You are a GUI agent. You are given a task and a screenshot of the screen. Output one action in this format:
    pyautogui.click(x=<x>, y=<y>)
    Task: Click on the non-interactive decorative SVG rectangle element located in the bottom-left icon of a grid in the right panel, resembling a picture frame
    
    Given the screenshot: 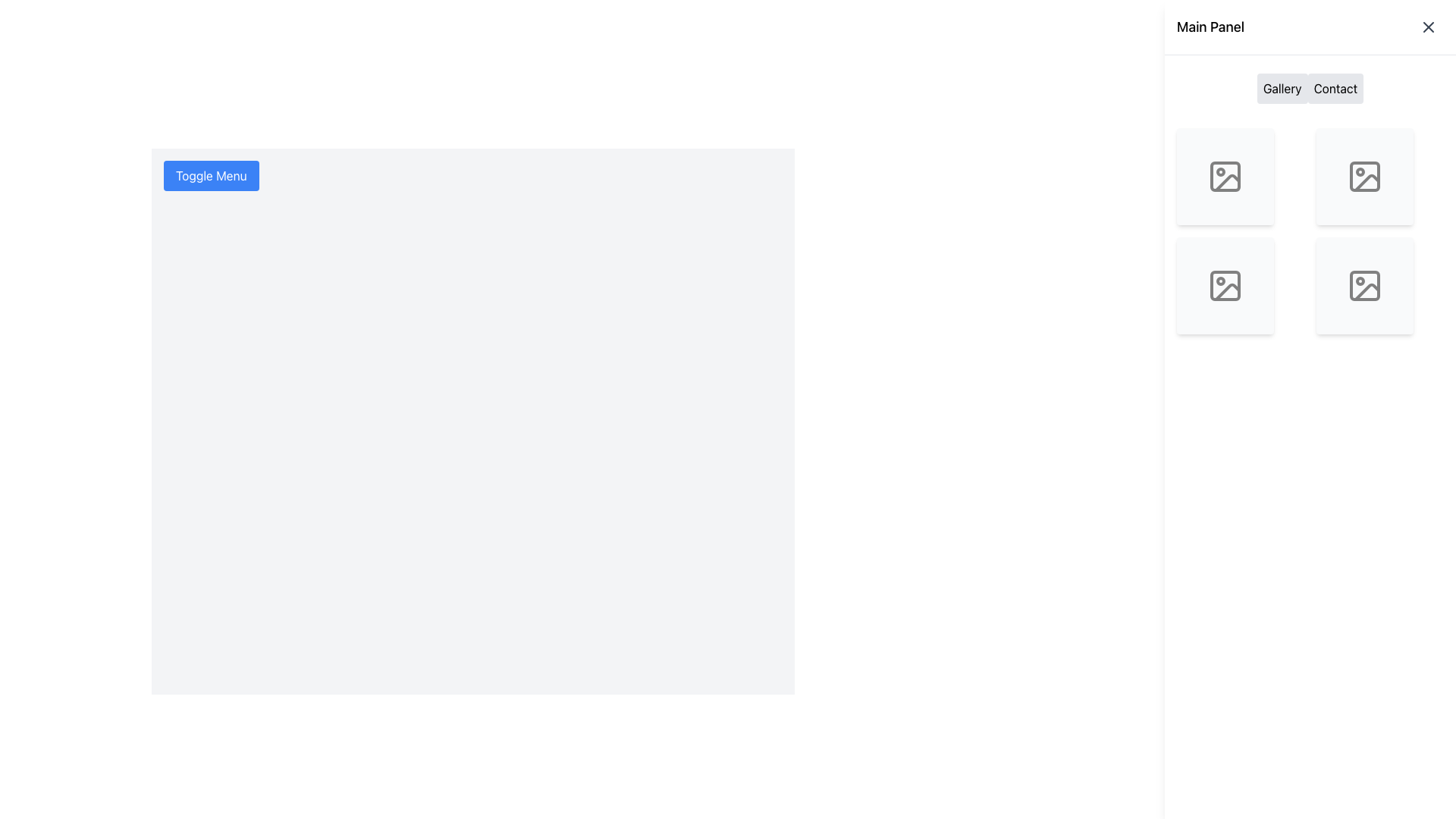 What is the action you would take?
    pyautogui.click(x=1225, y=286)
    